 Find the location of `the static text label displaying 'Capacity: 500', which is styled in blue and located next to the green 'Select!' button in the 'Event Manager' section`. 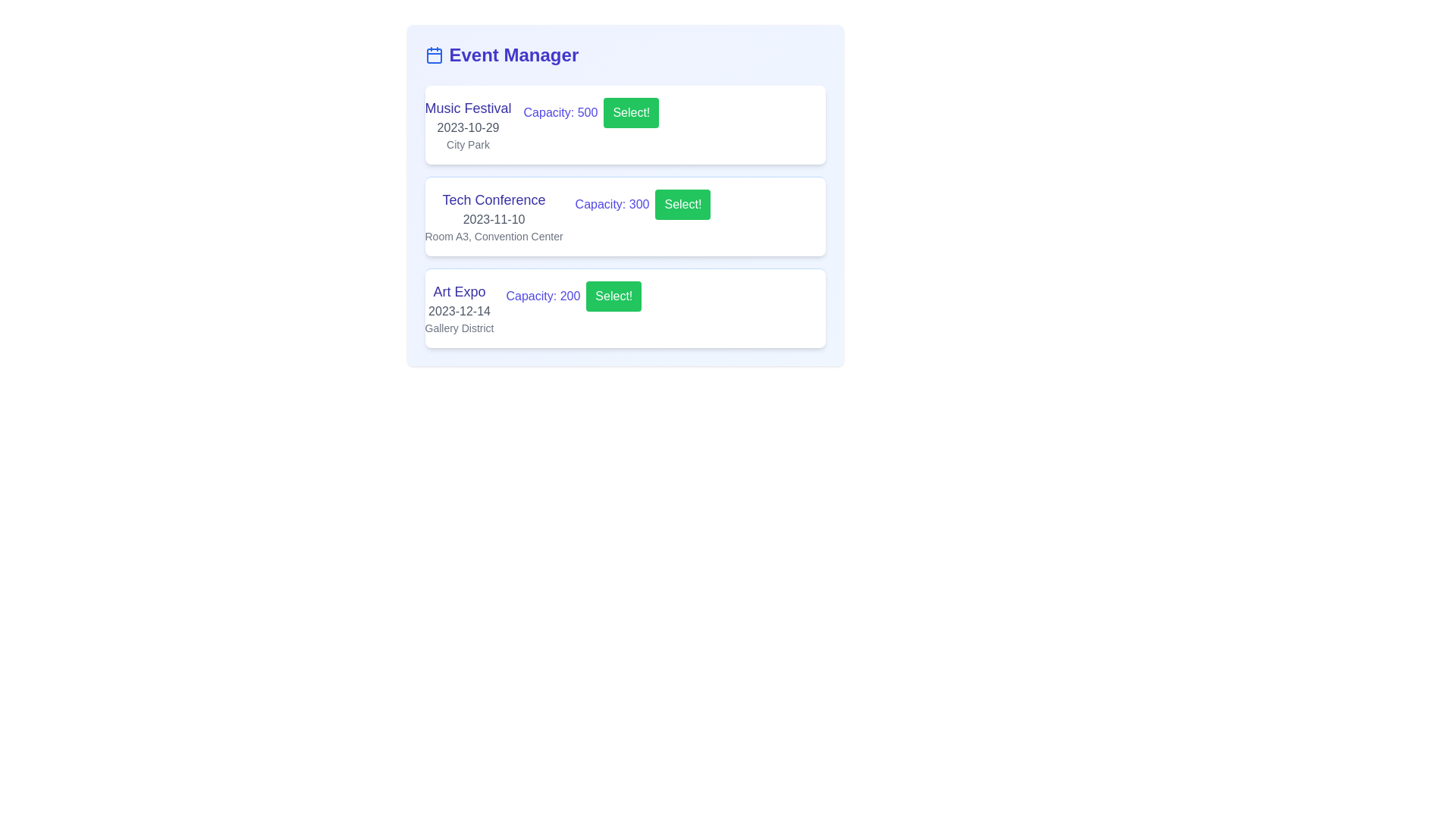

the static text label displaying 'Capacity: 500', which is styled in blue and located next to the green 'Select!' button in the 'Event Manager' section is located at coordinates (560, 112).